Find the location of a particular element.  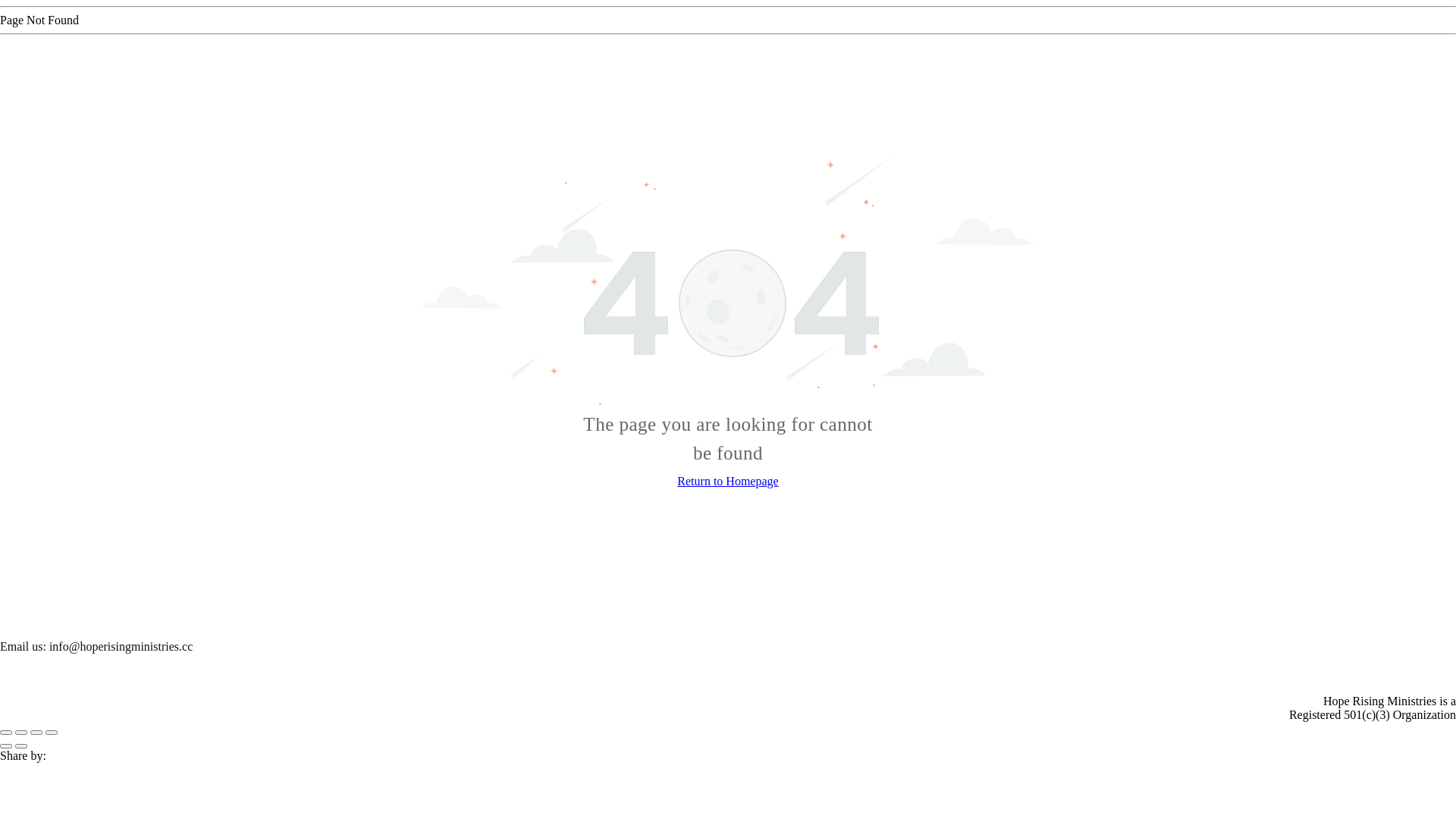

'Return to Homepage' is located at coordinates (726, 481).